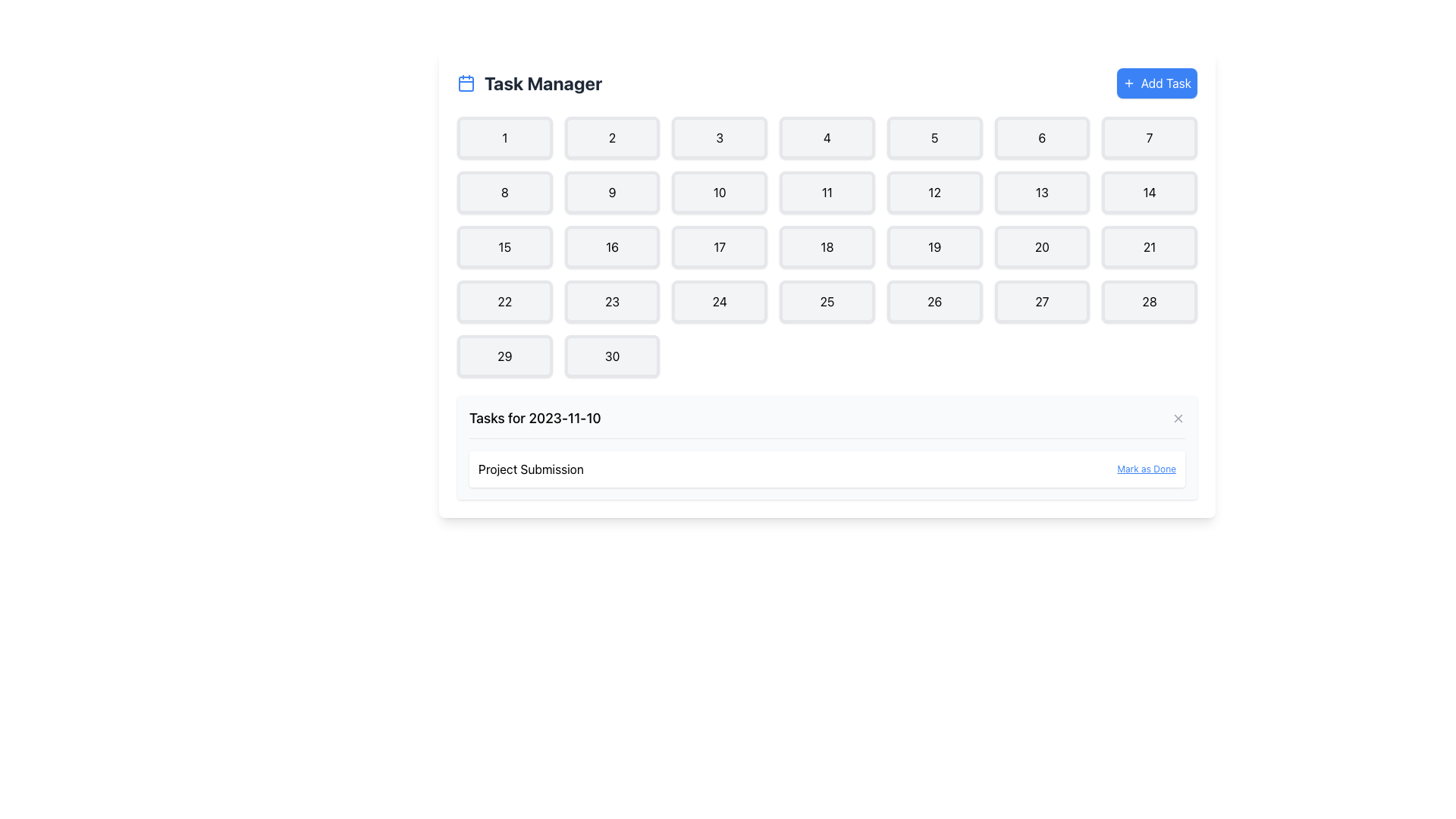  I want to click on the button labeled '25' in the calendar grid, so click(826, 301).